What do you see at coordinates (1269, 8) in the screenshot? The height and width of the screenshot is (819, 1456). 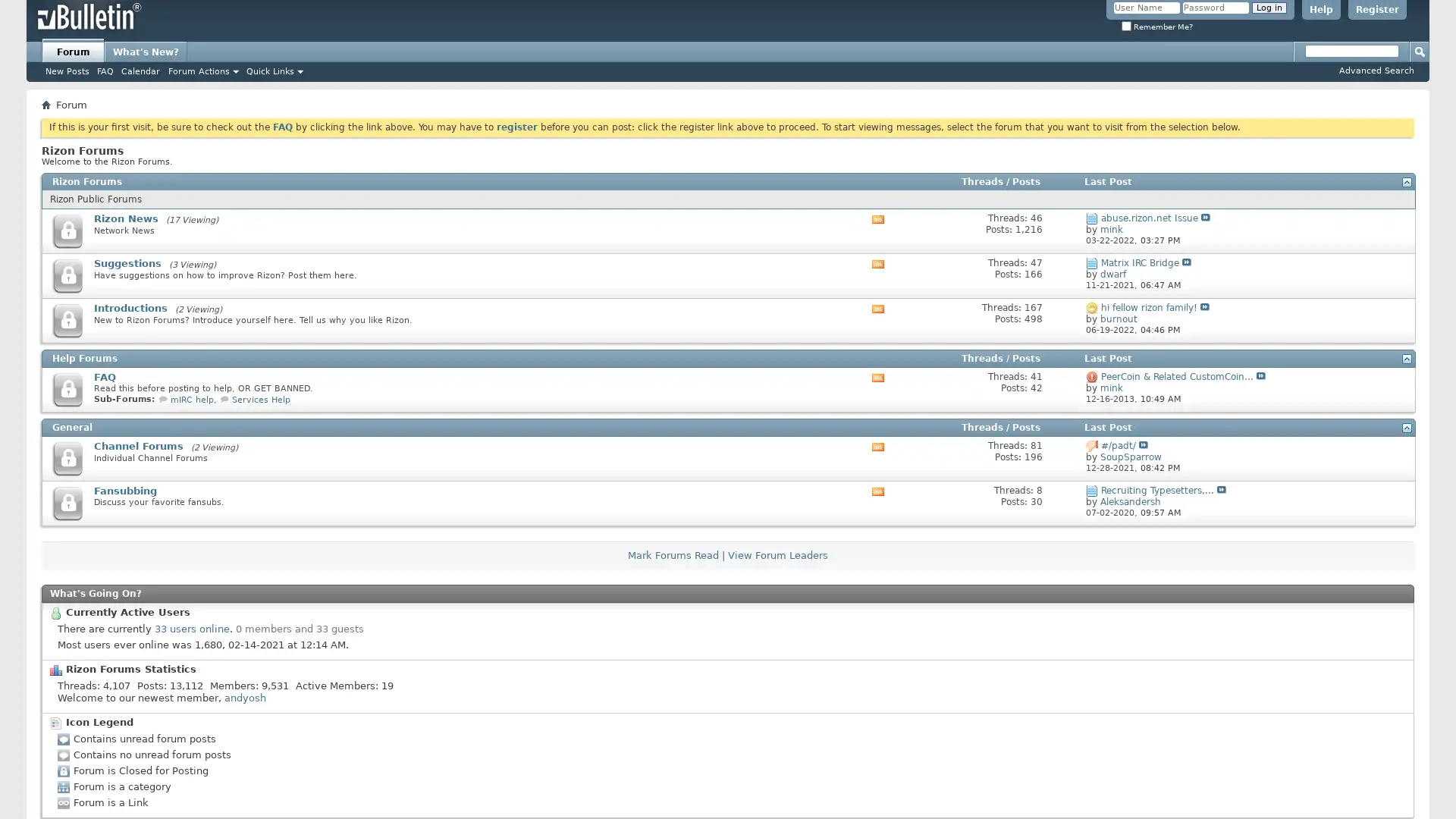 I see `Log in` at bounding box center [1269, 8].